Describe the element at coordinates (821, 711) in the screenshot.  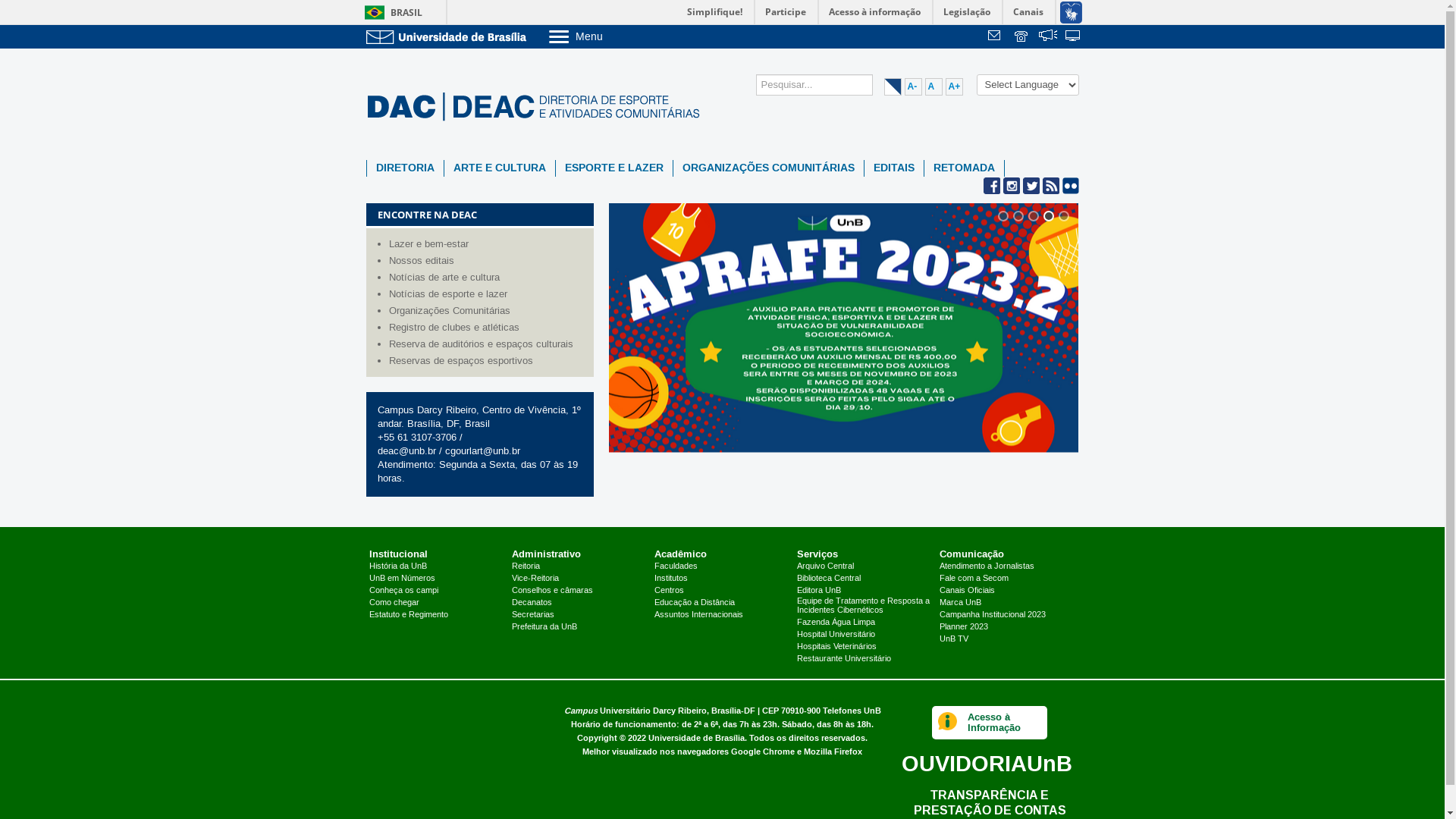
I see `'Telefones UnB'` at that location.